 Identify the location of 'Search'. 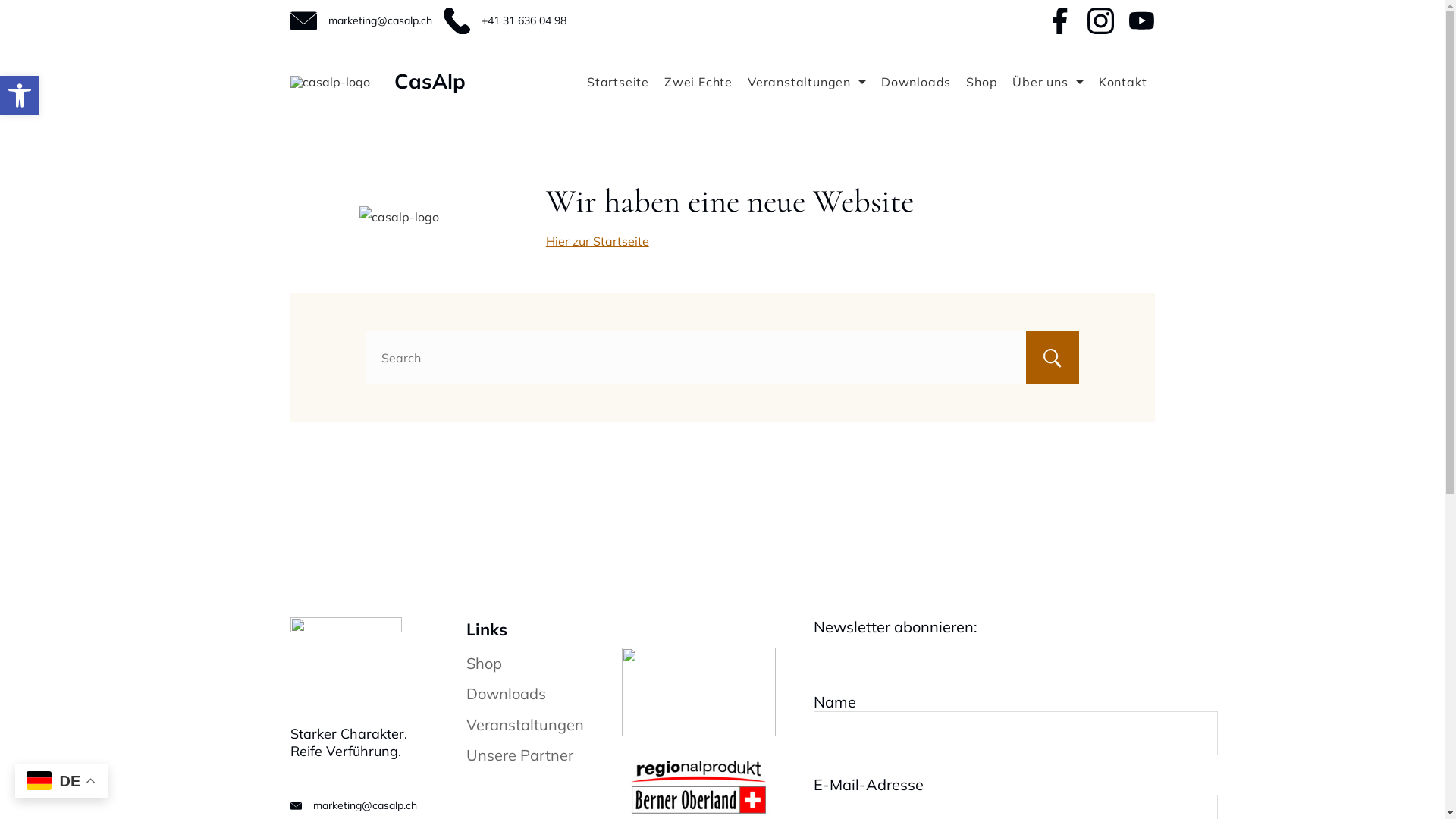
(1051, 357).